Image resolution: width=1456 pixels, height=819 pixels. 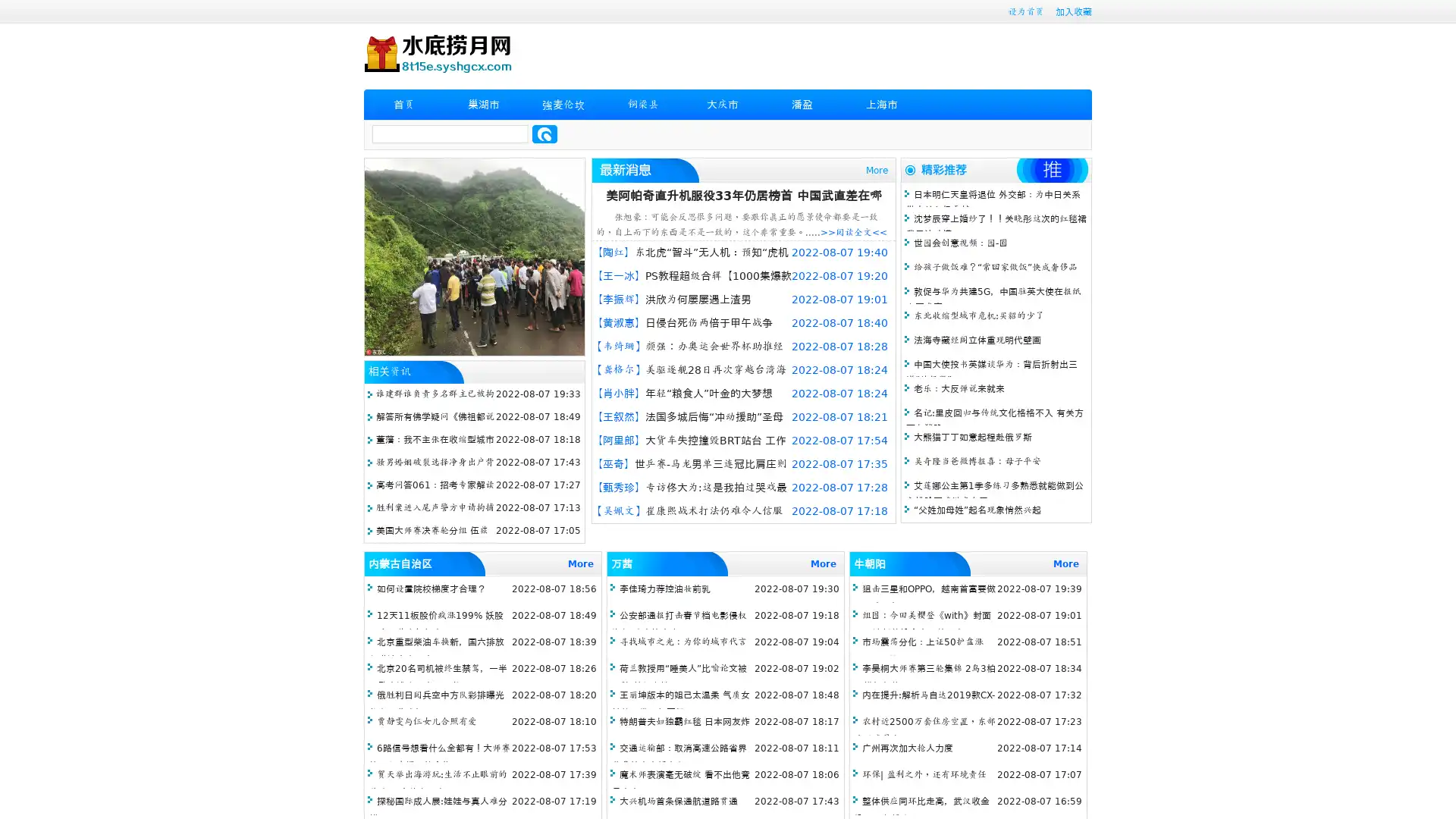 I want to click on Search, so click(x=544, y=133).